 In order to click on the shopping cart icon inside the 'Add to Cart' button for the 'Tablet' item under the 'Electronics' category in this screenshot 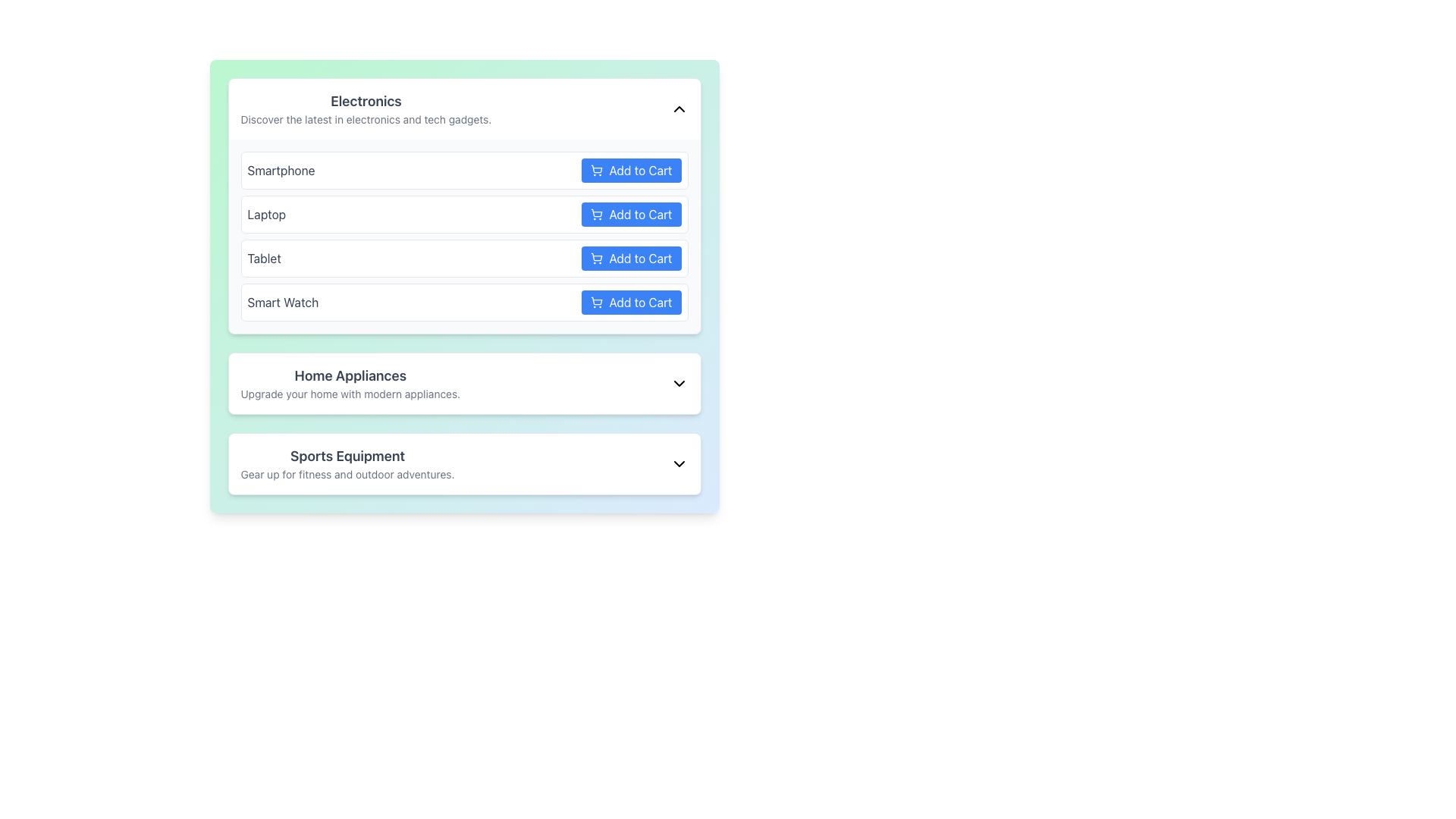, I will do `click(596, 257)`.